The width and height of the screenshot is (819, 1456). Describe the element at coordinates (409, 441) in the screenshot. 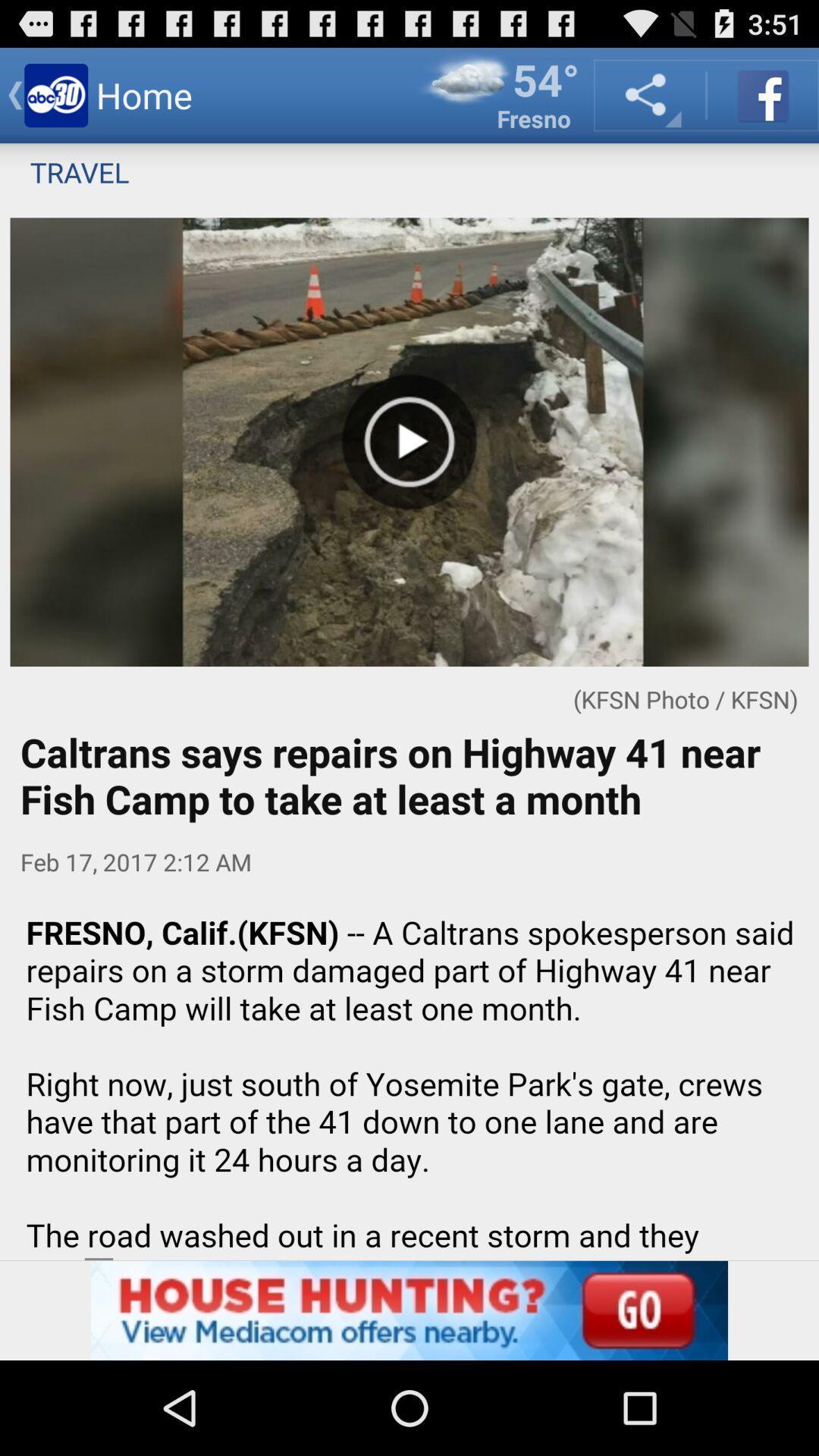

I see `the video` at that location.